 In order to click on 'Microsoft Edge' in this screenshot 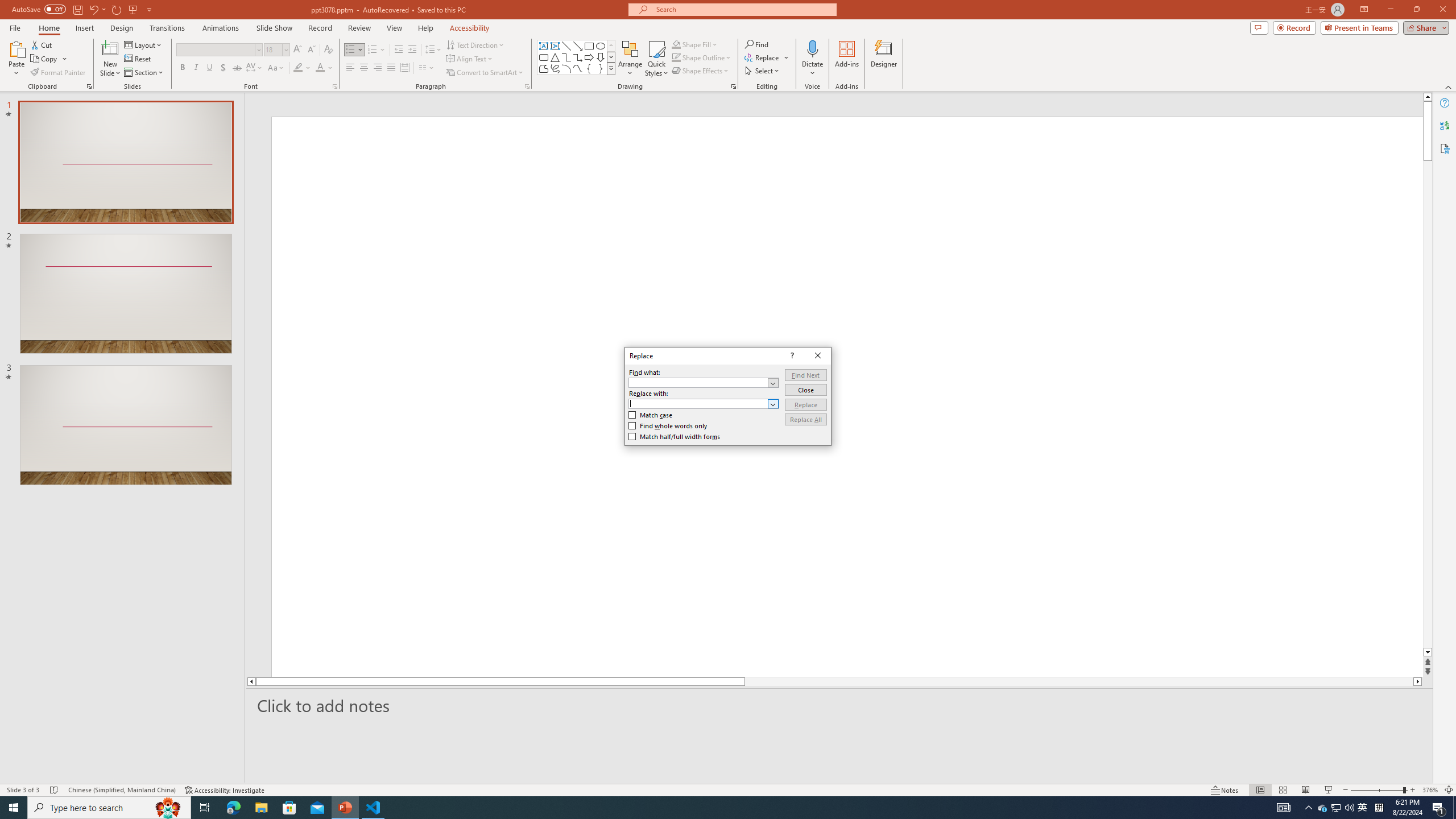, I will do `click(233, 806)`.